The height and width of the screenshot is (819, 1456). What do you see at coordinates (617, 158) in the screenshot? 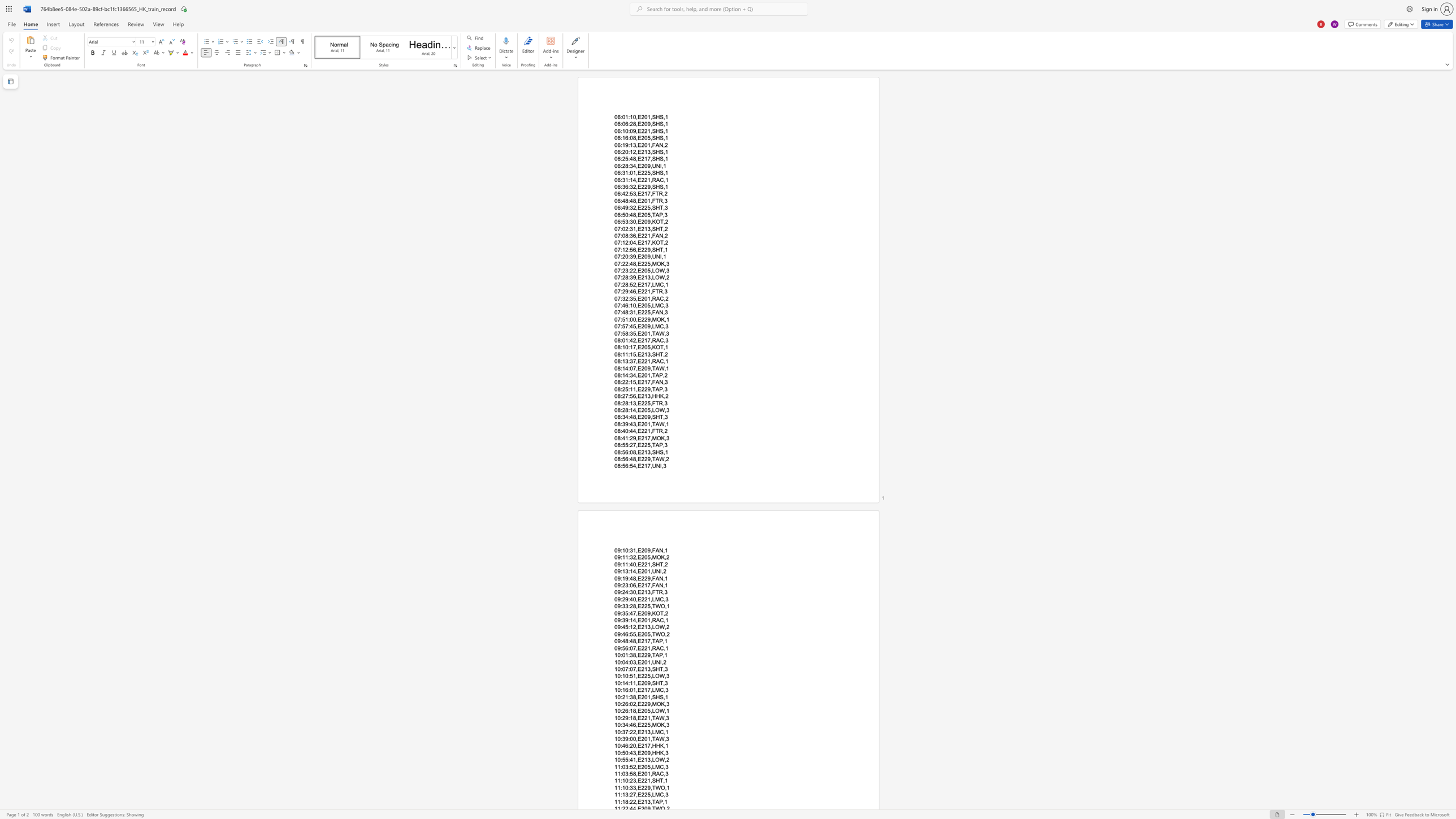
I see `the space between the continuous character "0" and "6" in the text` at bounding box center [617, 158].